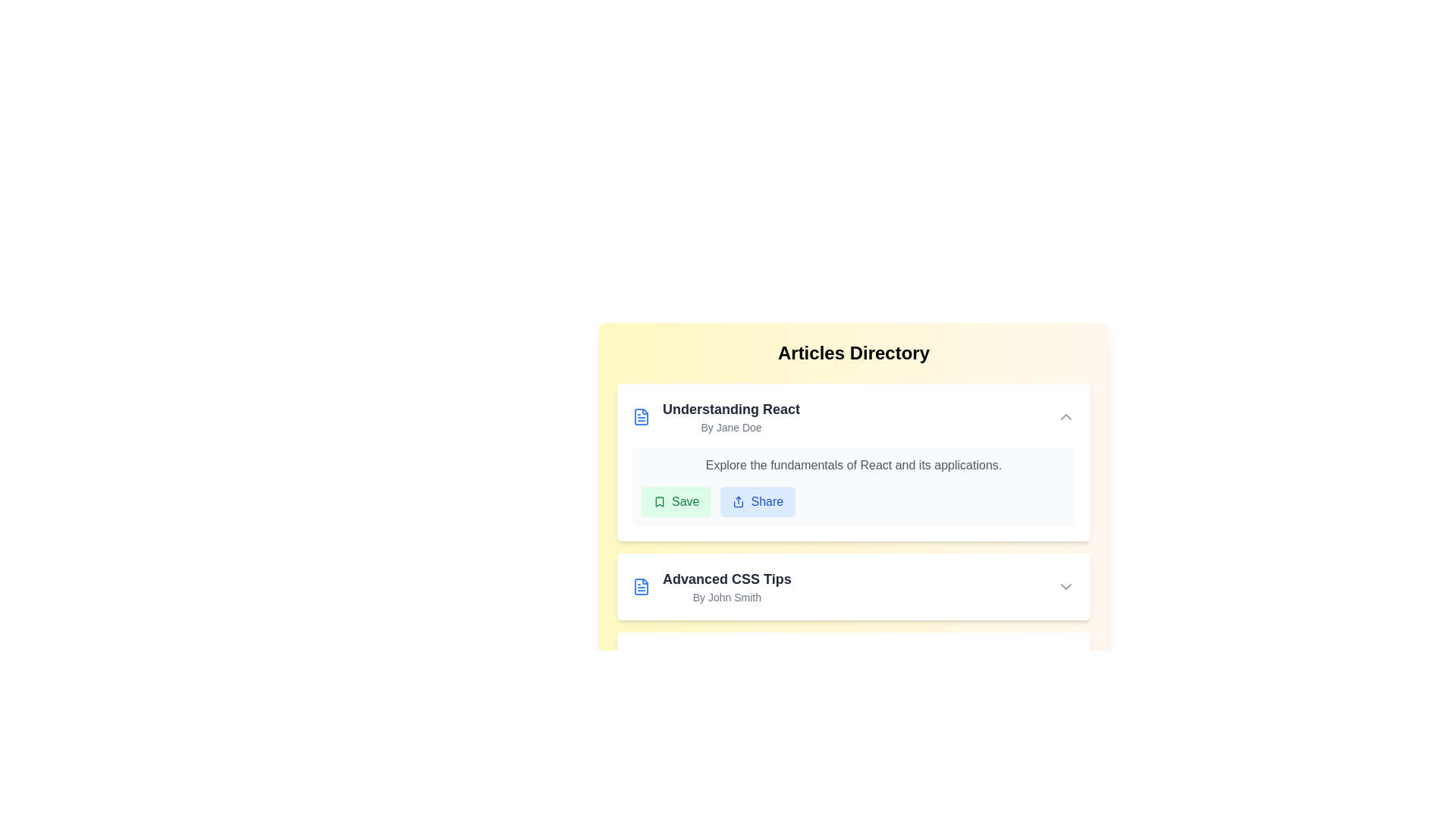 The width and height of the screenshot is (1456, 819). I want to click on 'Save' button for the article 'Understanding React', so click(676, 502).